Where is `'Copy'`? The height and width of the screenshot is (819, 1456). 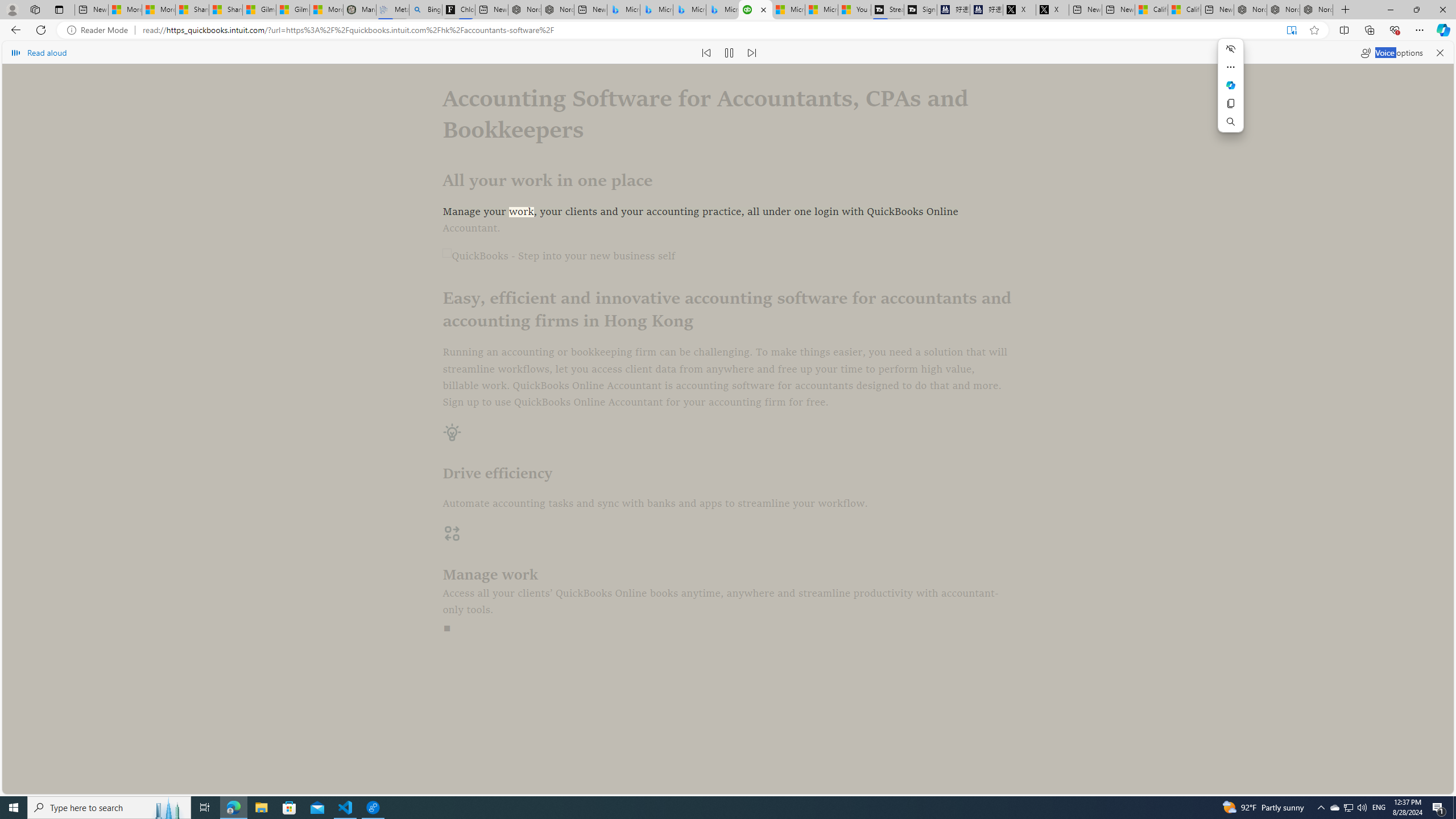
'Copy' is located at coordinates (1231, 103).